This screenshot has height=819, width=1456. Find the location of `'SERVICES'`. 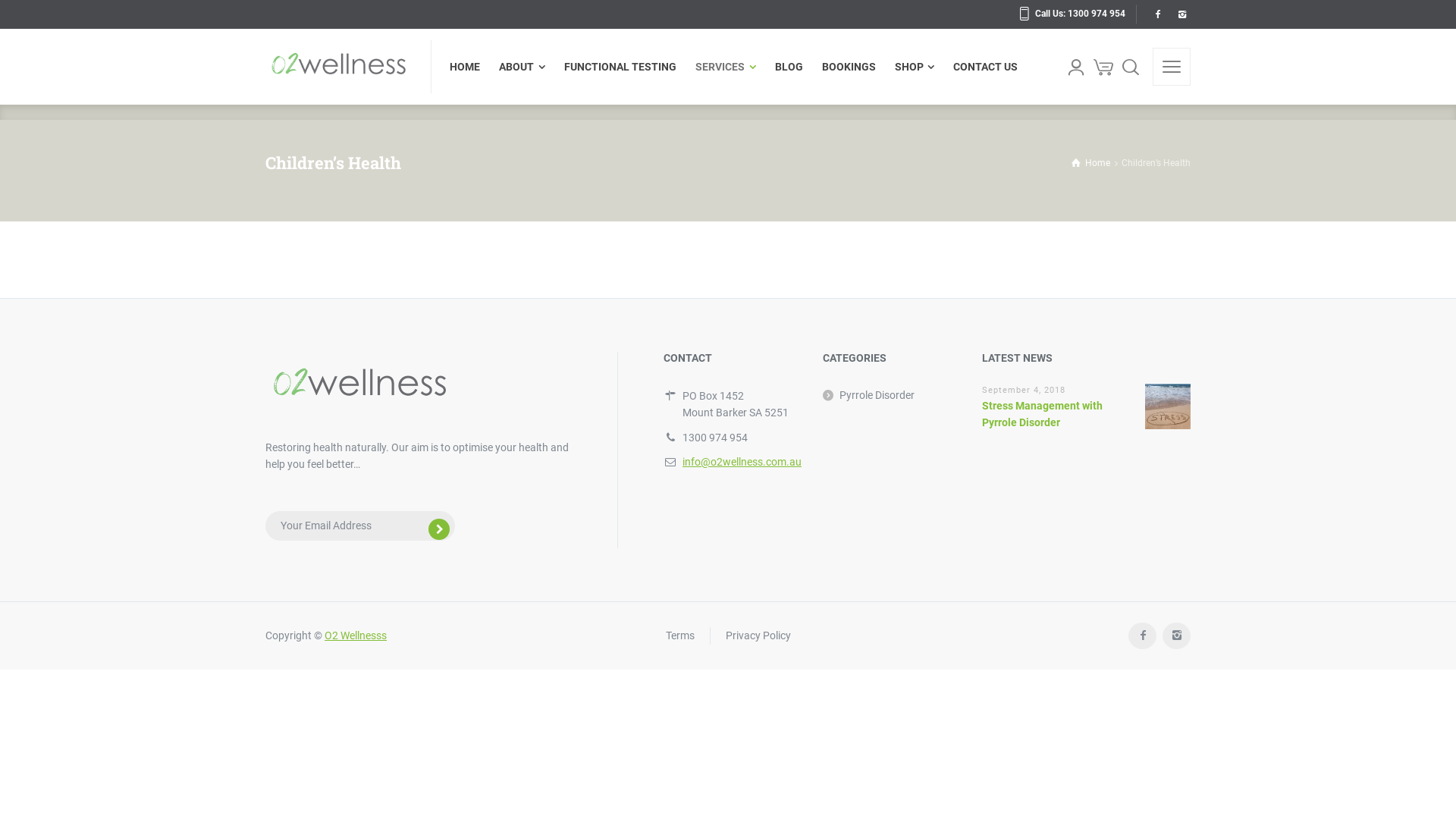

'SERVICES' is located at coordinates (725, 66).